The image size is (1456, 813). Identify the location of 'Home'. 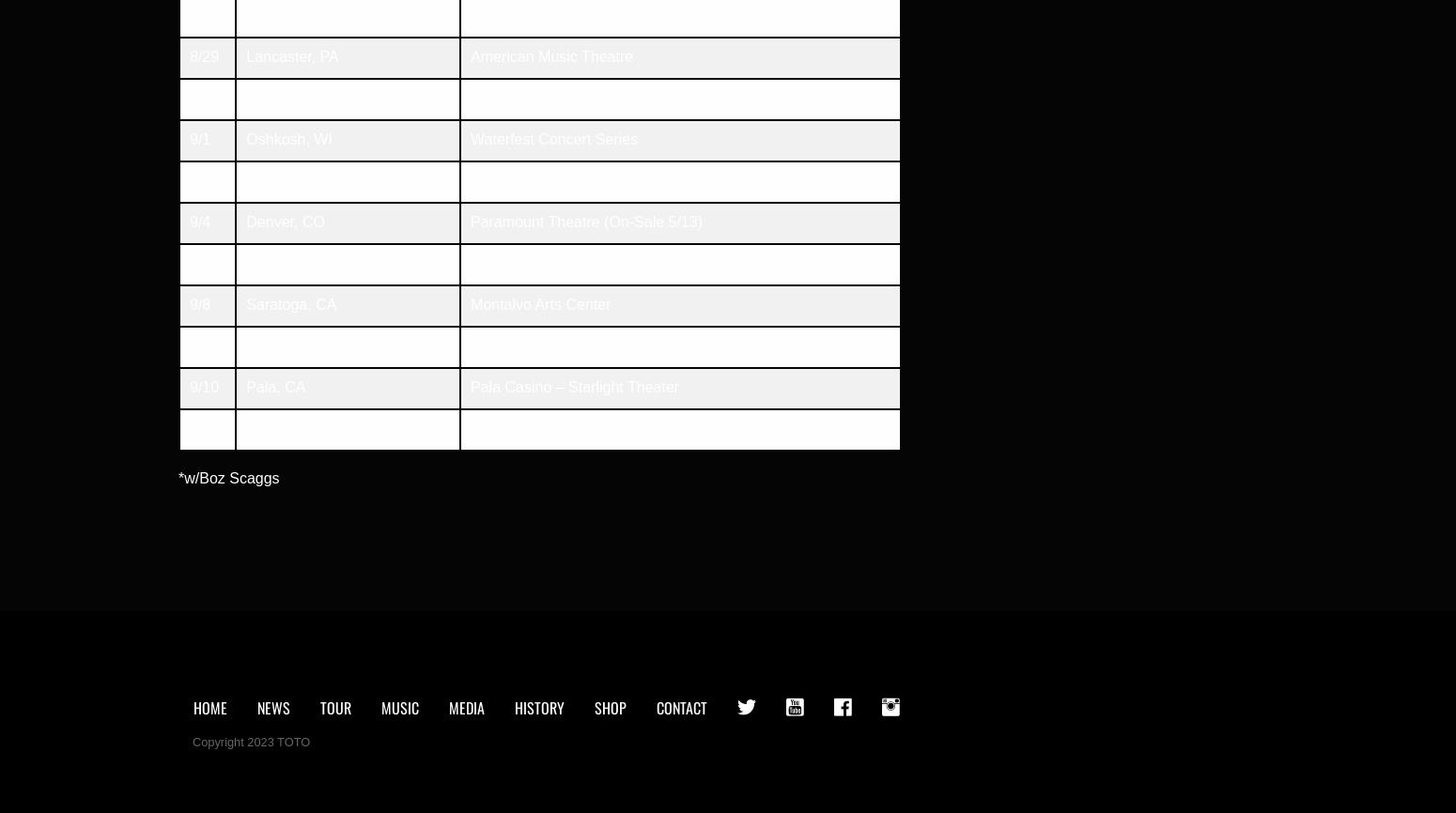
(192, 707).